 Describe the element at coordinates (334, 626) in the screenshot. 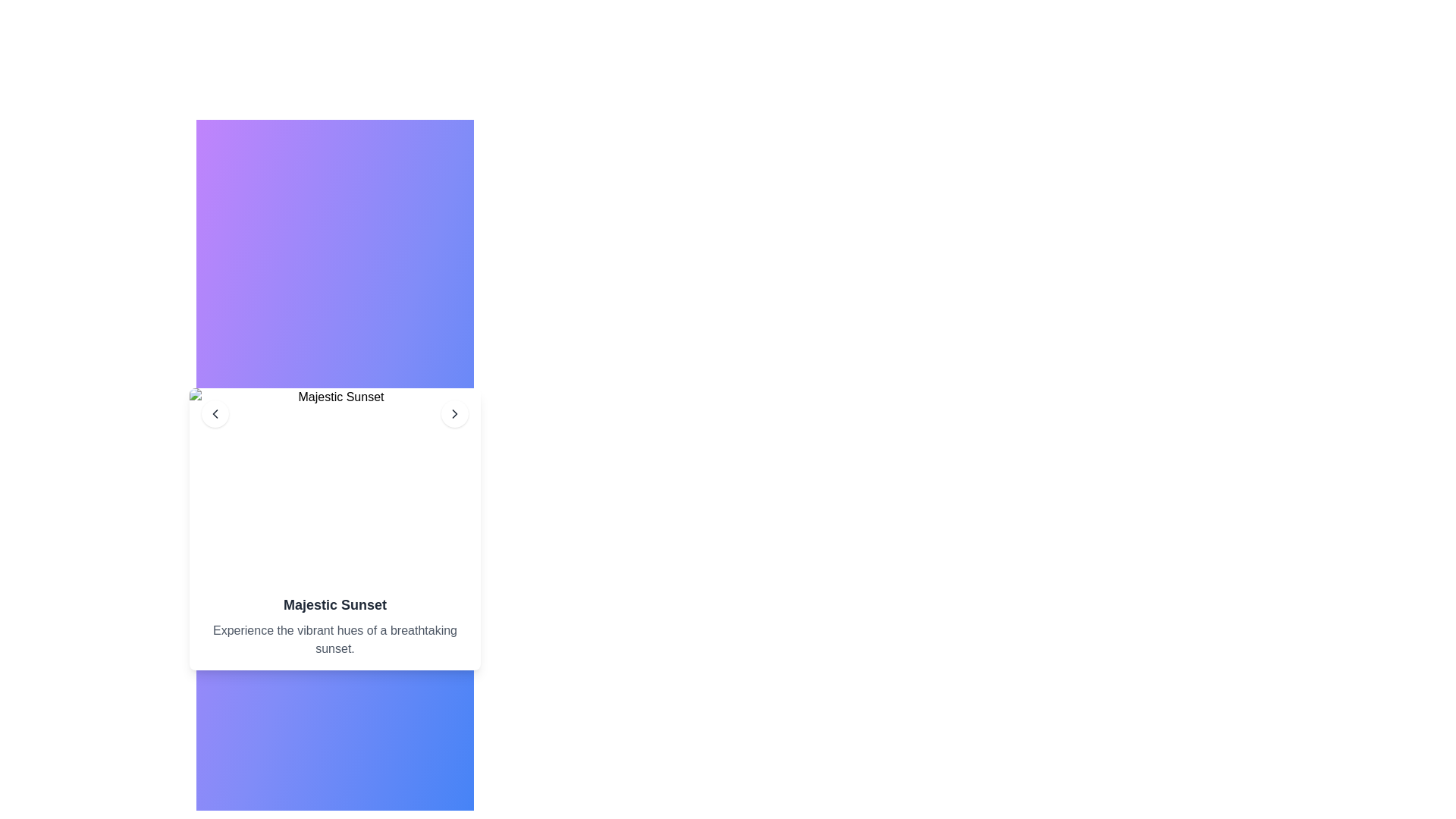

I see `the centrally placed text block that serves as a descriptive caption for the image above` at that location.